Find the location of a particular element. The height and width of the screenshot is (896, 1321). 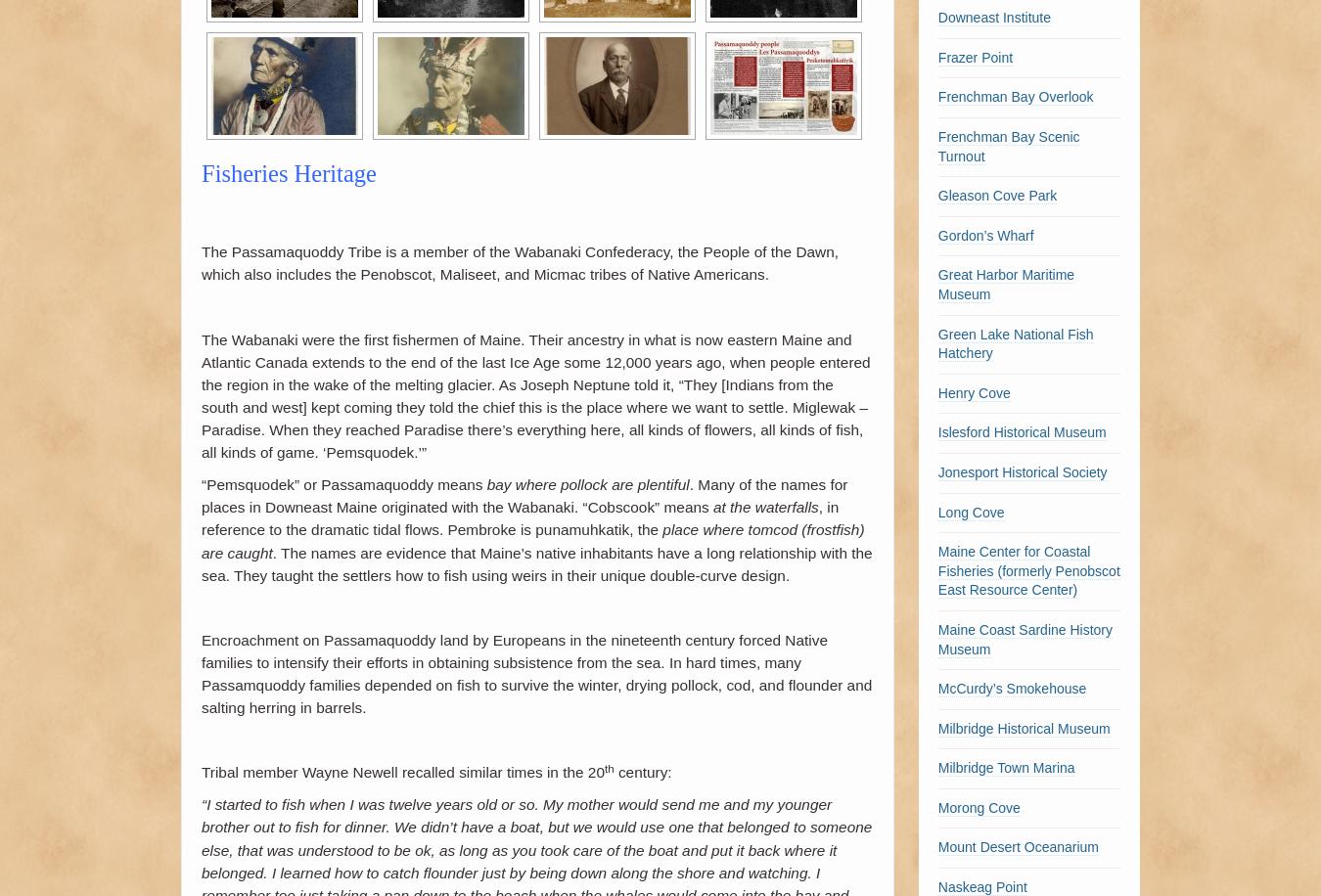

'Milbridge Town Marina' is located at coordinates (1006, 767).